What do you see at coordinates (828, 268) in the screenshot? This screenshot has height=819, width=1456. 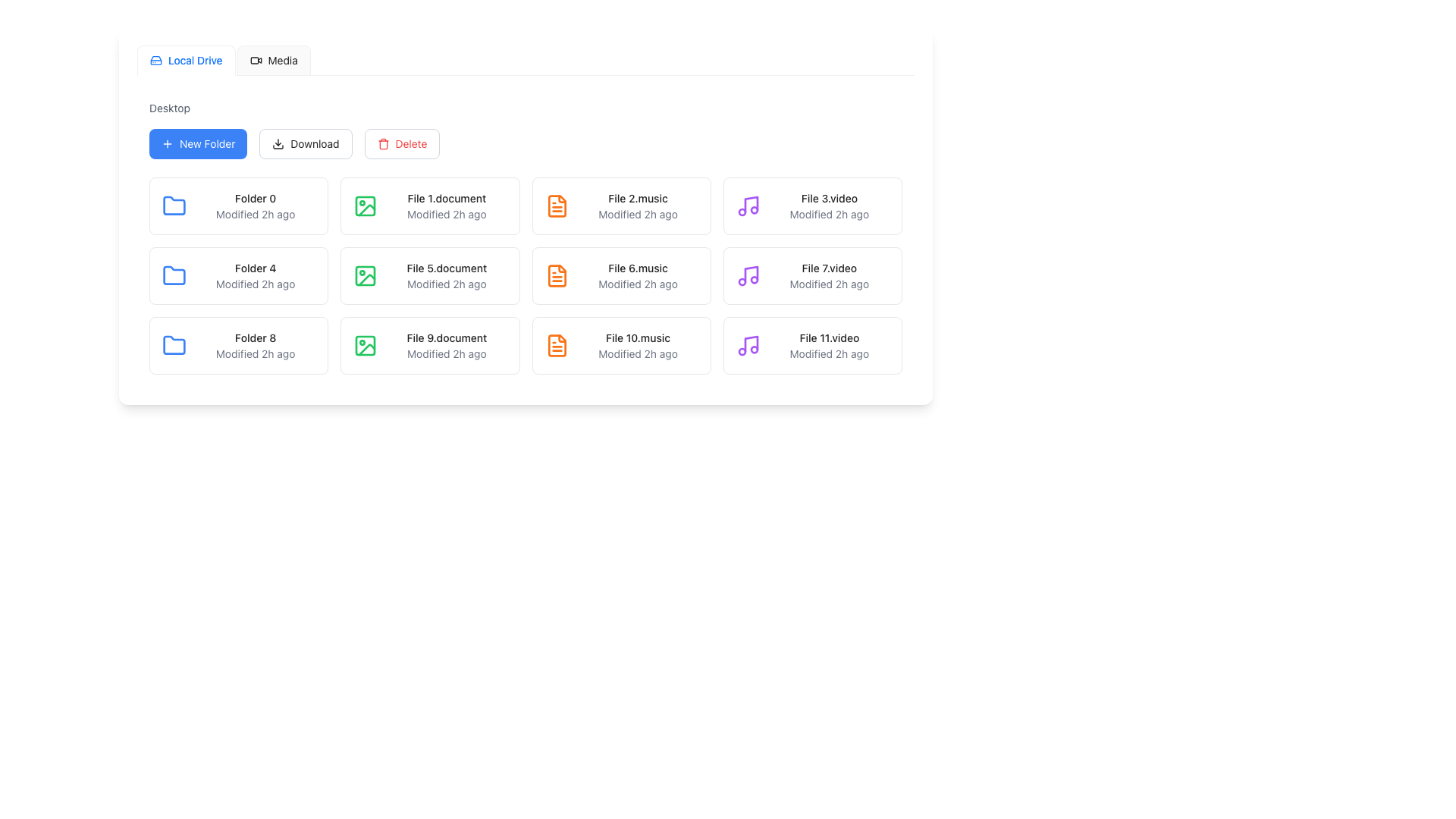 I see `the text label 'File 7.video'` at bounding box center [828, 268].